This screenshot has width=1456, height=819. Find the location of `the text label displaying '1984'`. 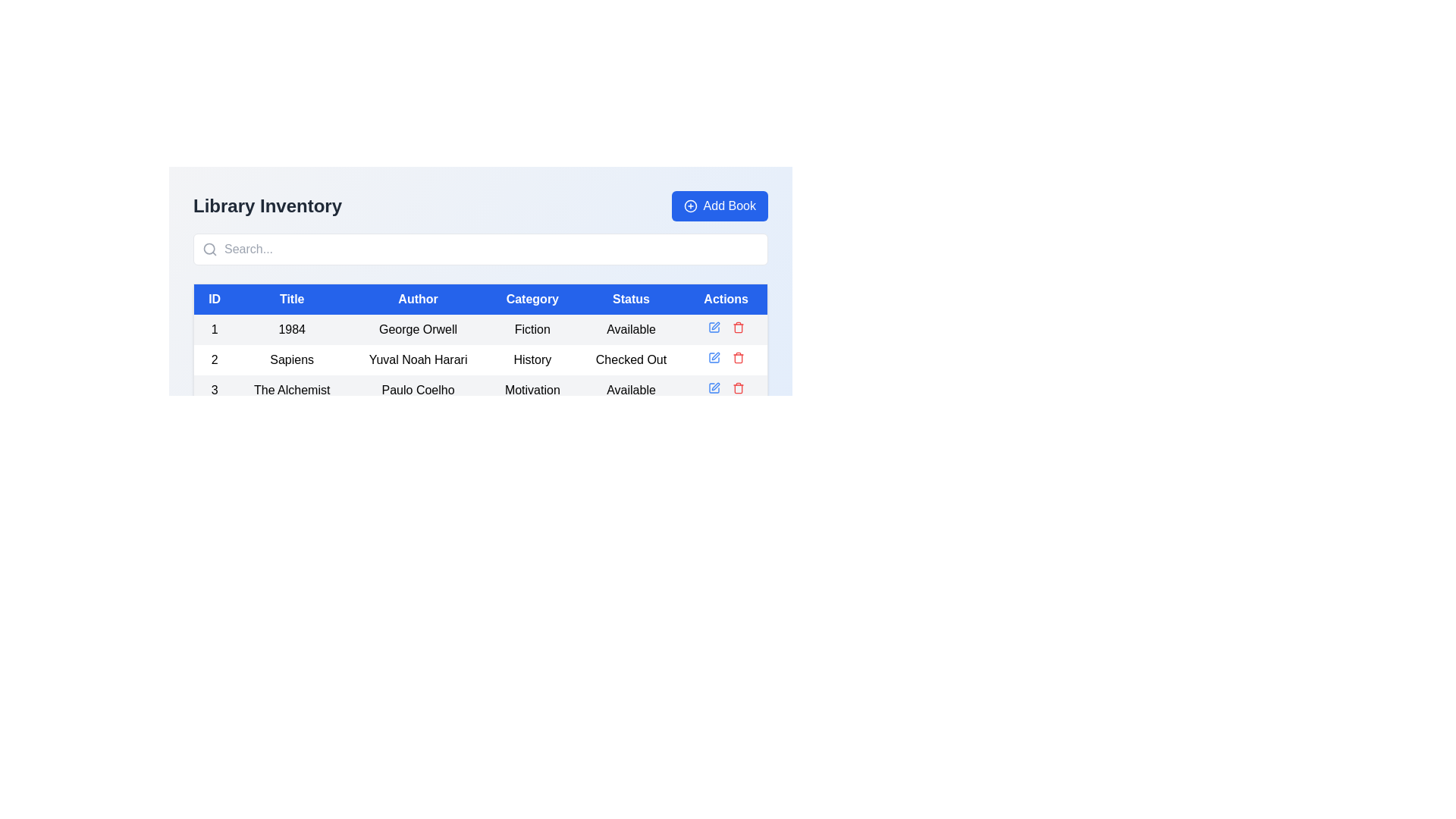

the text label displaying '1984' is located at coordinates (292, 329).